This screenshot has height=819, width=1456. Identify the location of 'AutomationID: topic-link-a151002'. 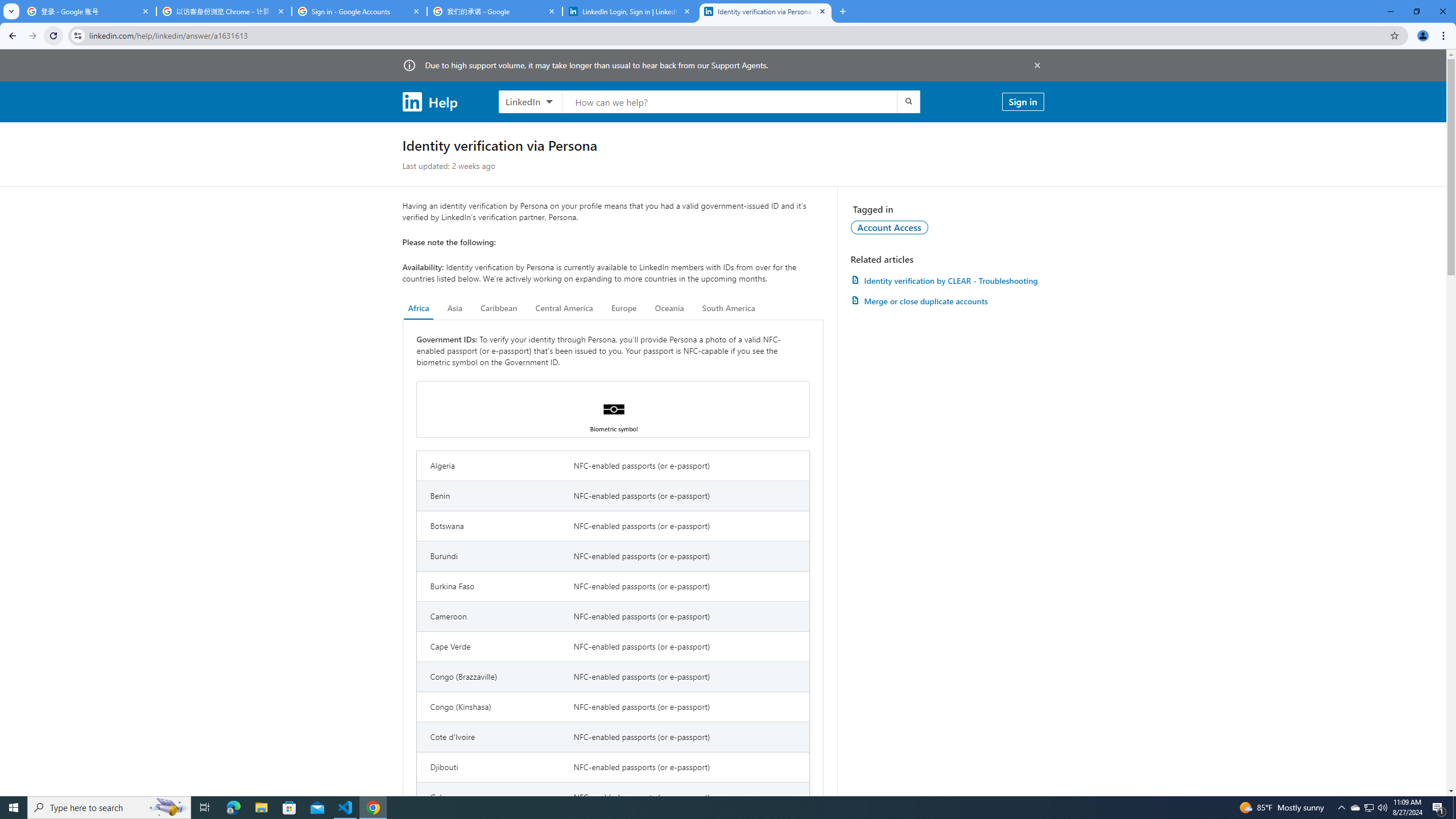
(890, 226).